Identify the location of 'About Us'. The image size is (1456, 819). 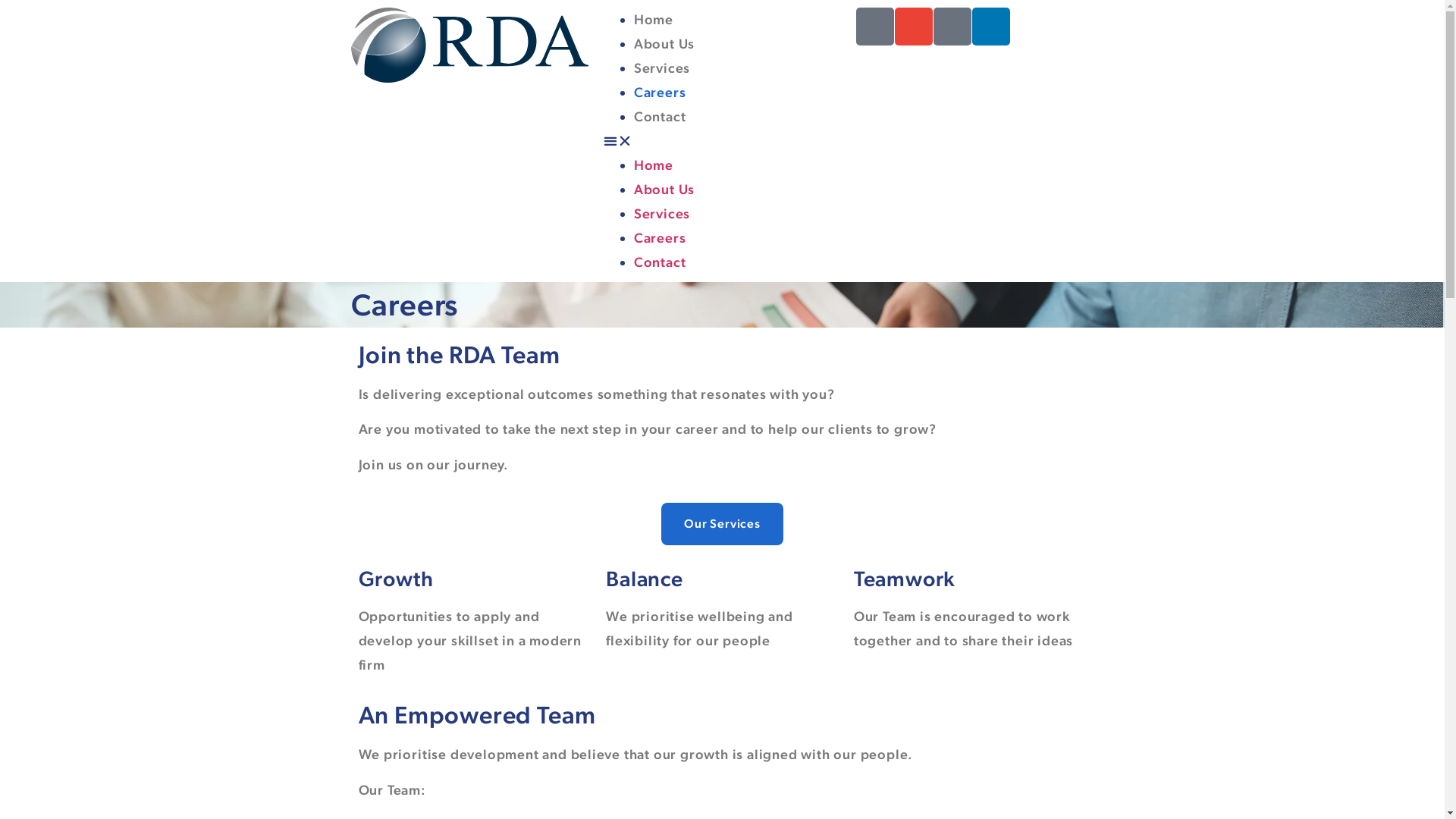
(664, 42).